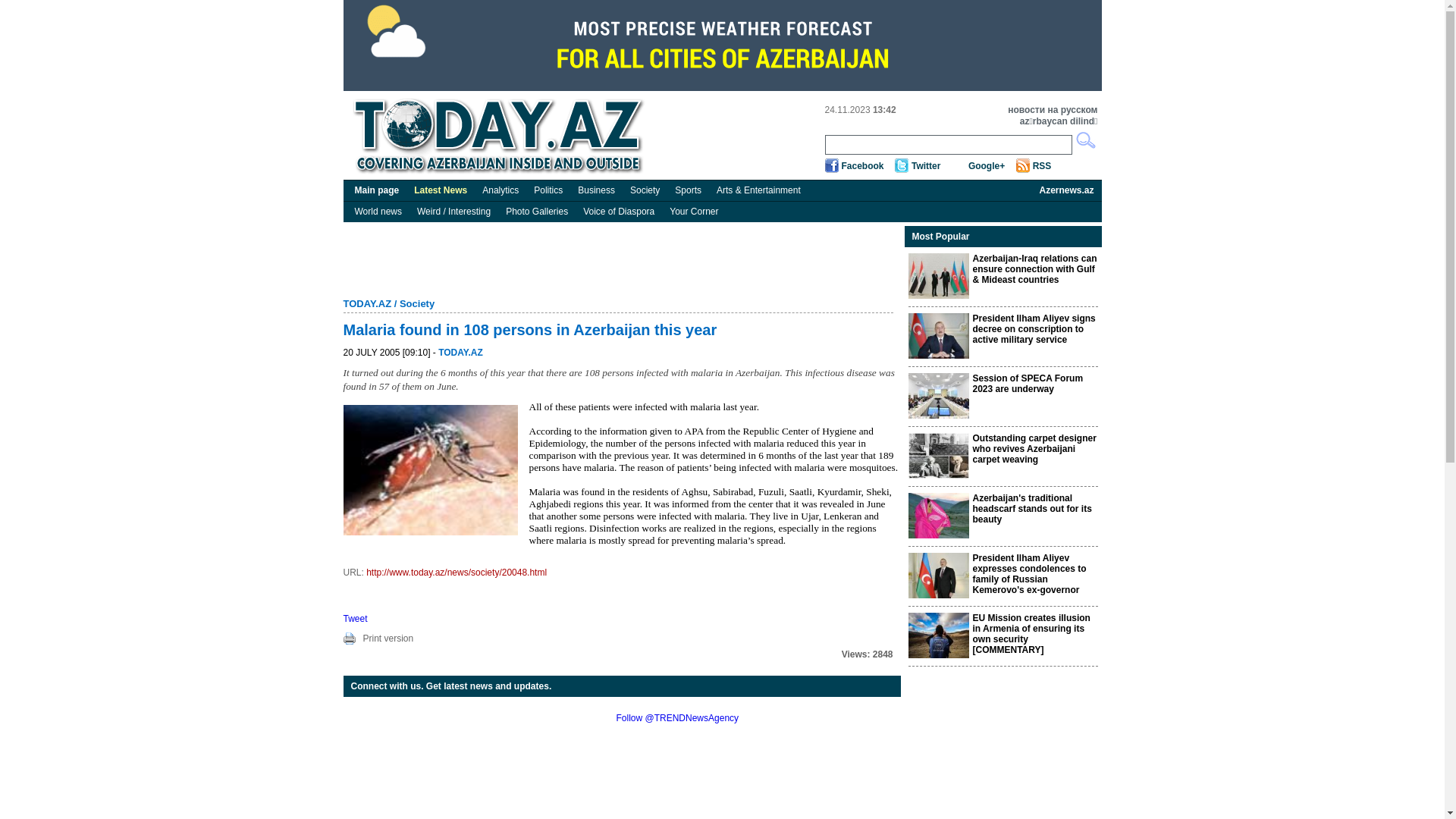 The width and height of the screenshot is (1456, 819). Describe the element at coordinates (645, 189) in the screenshot. I see `'Society'` at that location.